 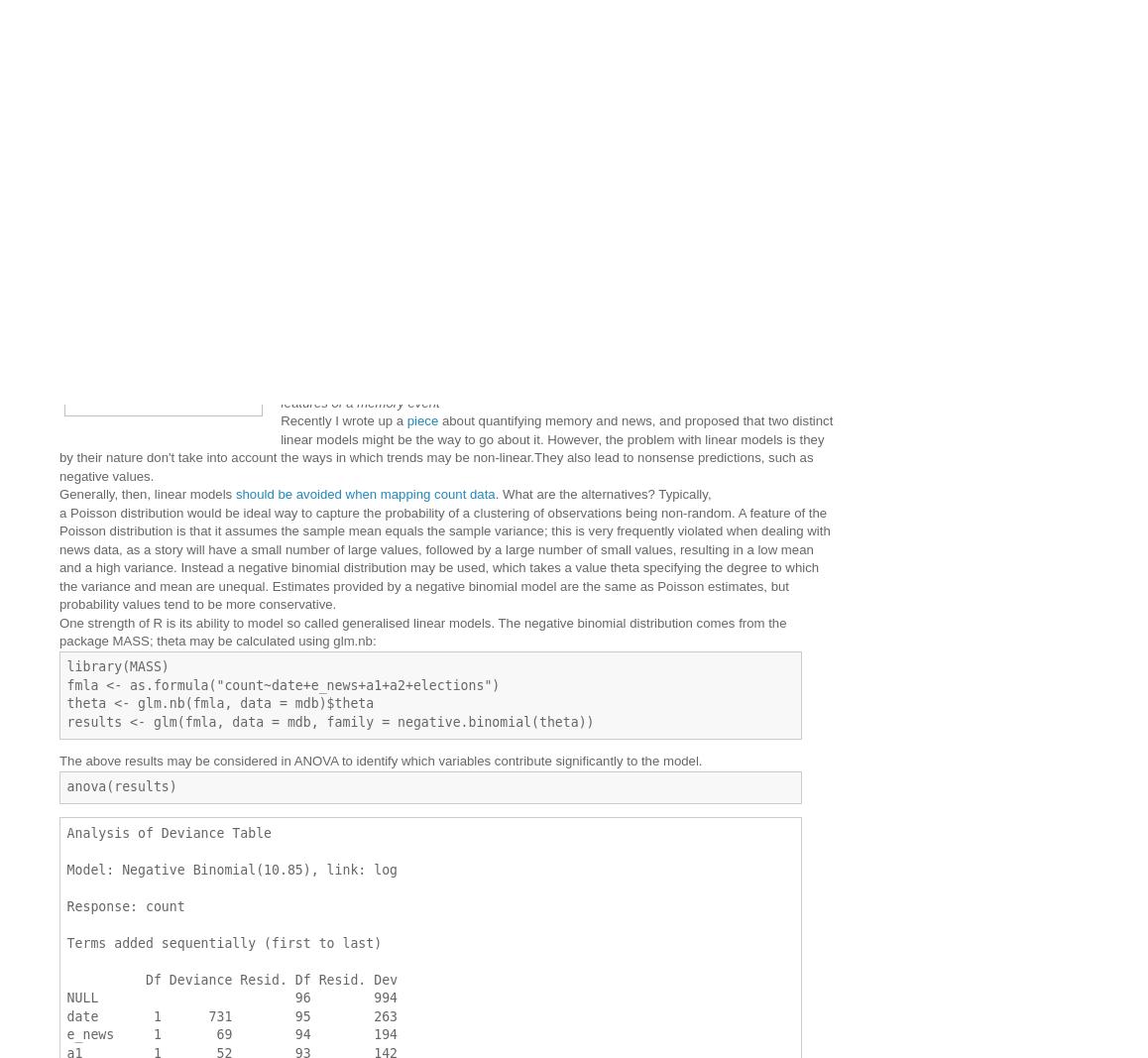 What do you see at coordinates (679, 181) in the screenshot?
I see `'POPULAR POSTS'` at bounding box center [679, 181].